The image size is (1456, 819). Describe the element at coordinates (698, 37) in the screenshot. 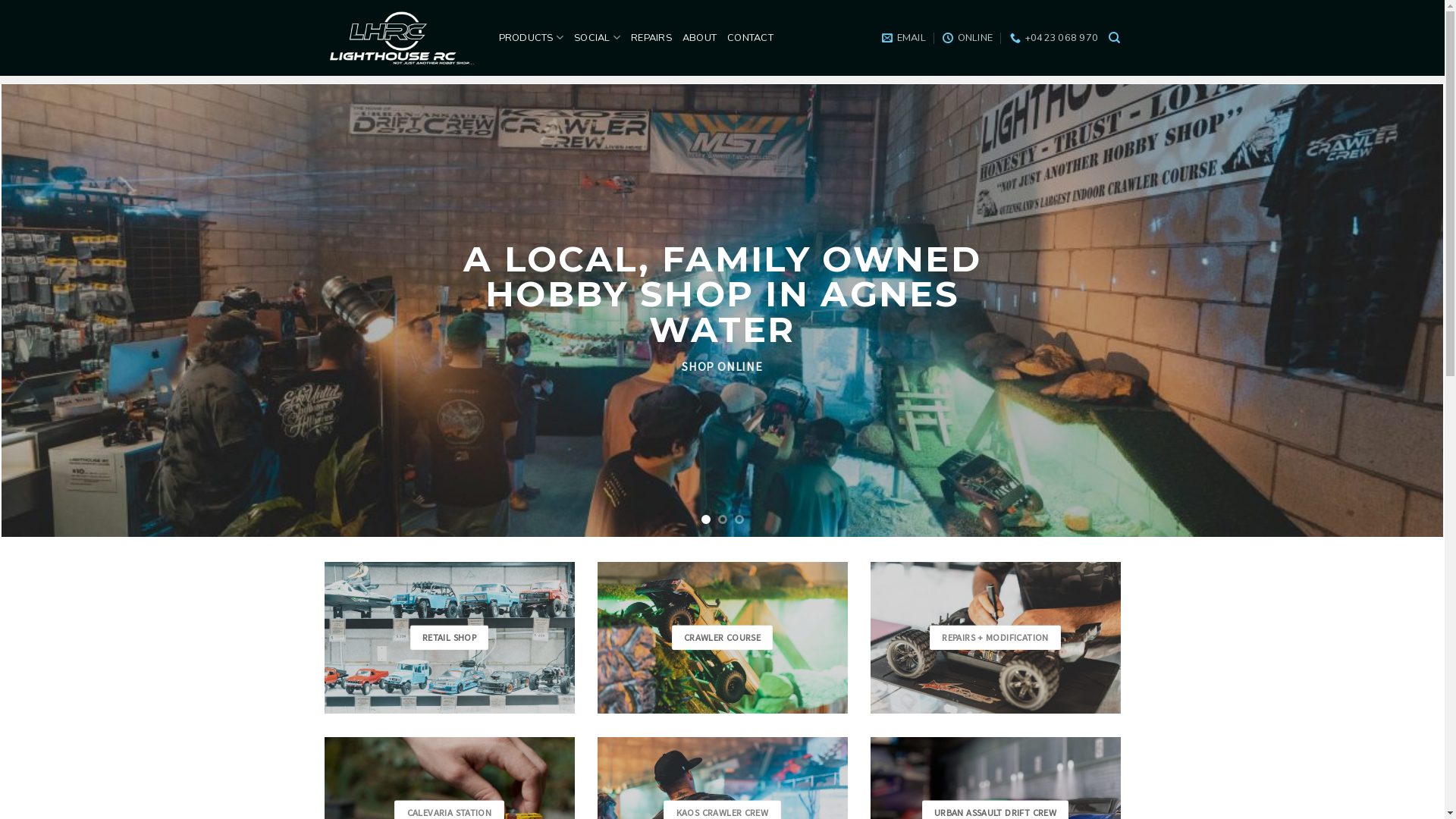

I see `'ABOUT'` at that location.